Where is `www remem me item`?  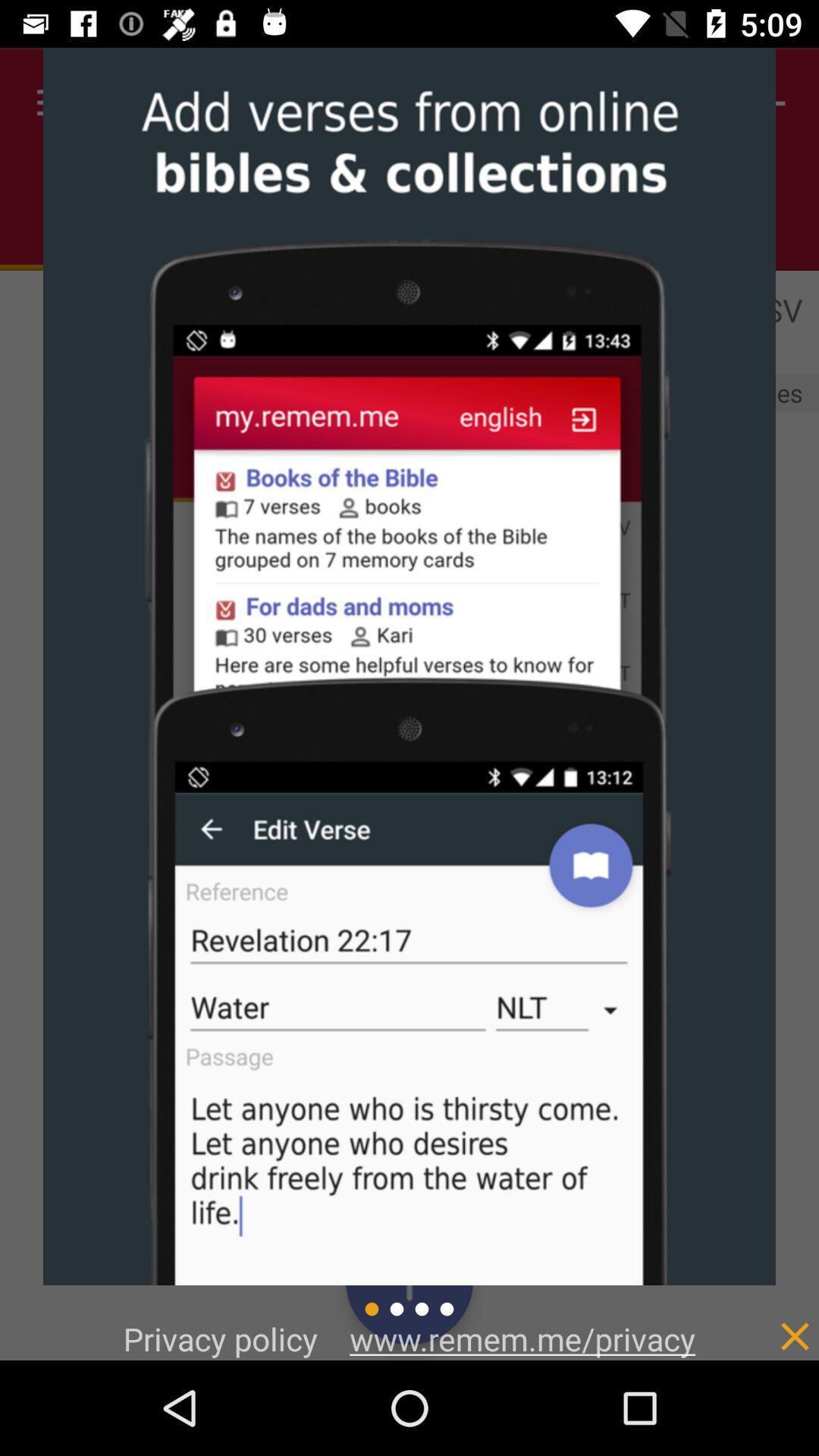
www remem me item is located at coordinates (522, 1338).